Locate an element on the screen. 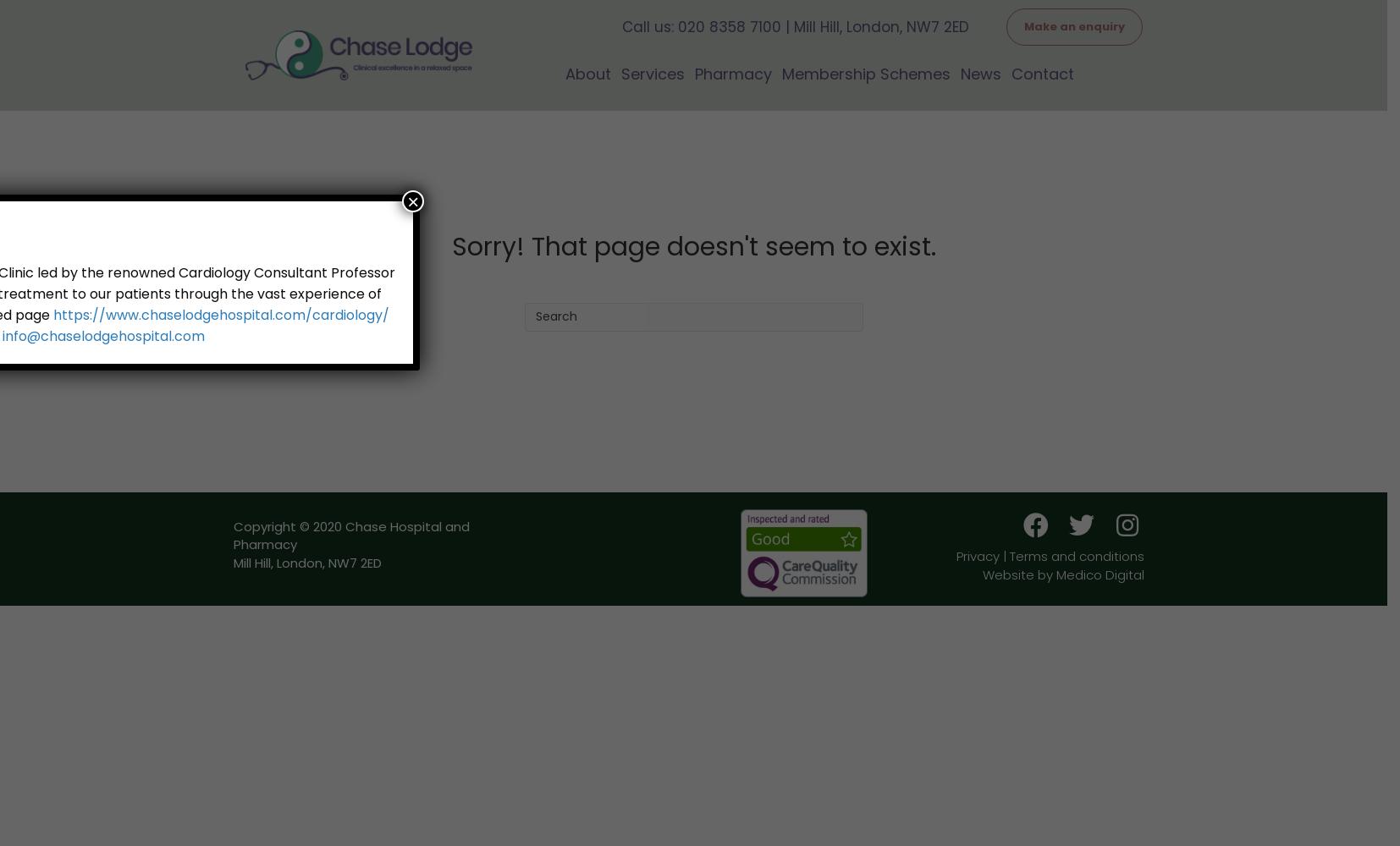  'Membership Schemes' is located at coordinates (865, 72).